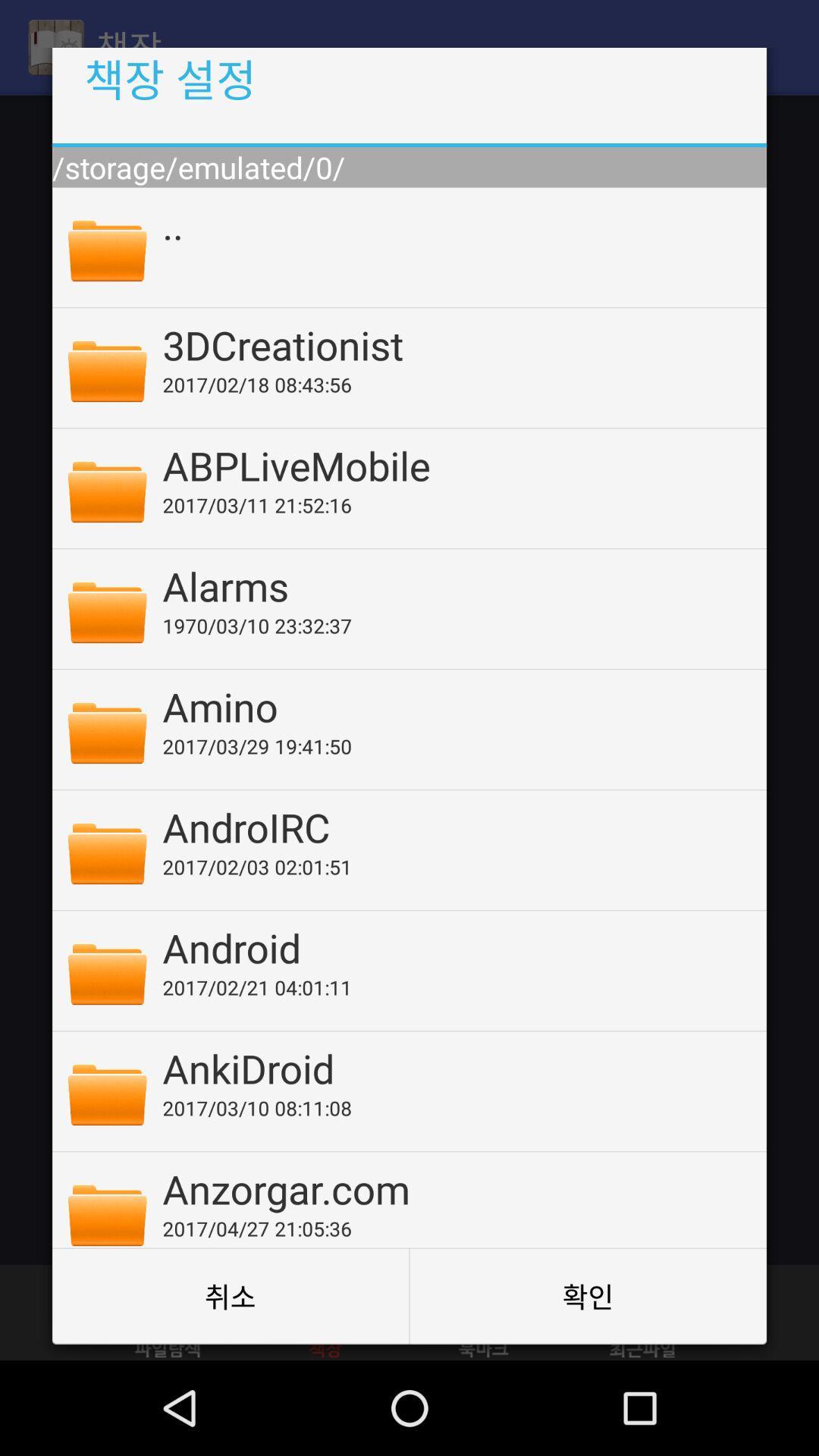 The width and height of the screenshot is (819, 1456). I want to click on the app below 2017 02 18 item, so click(453, 464).